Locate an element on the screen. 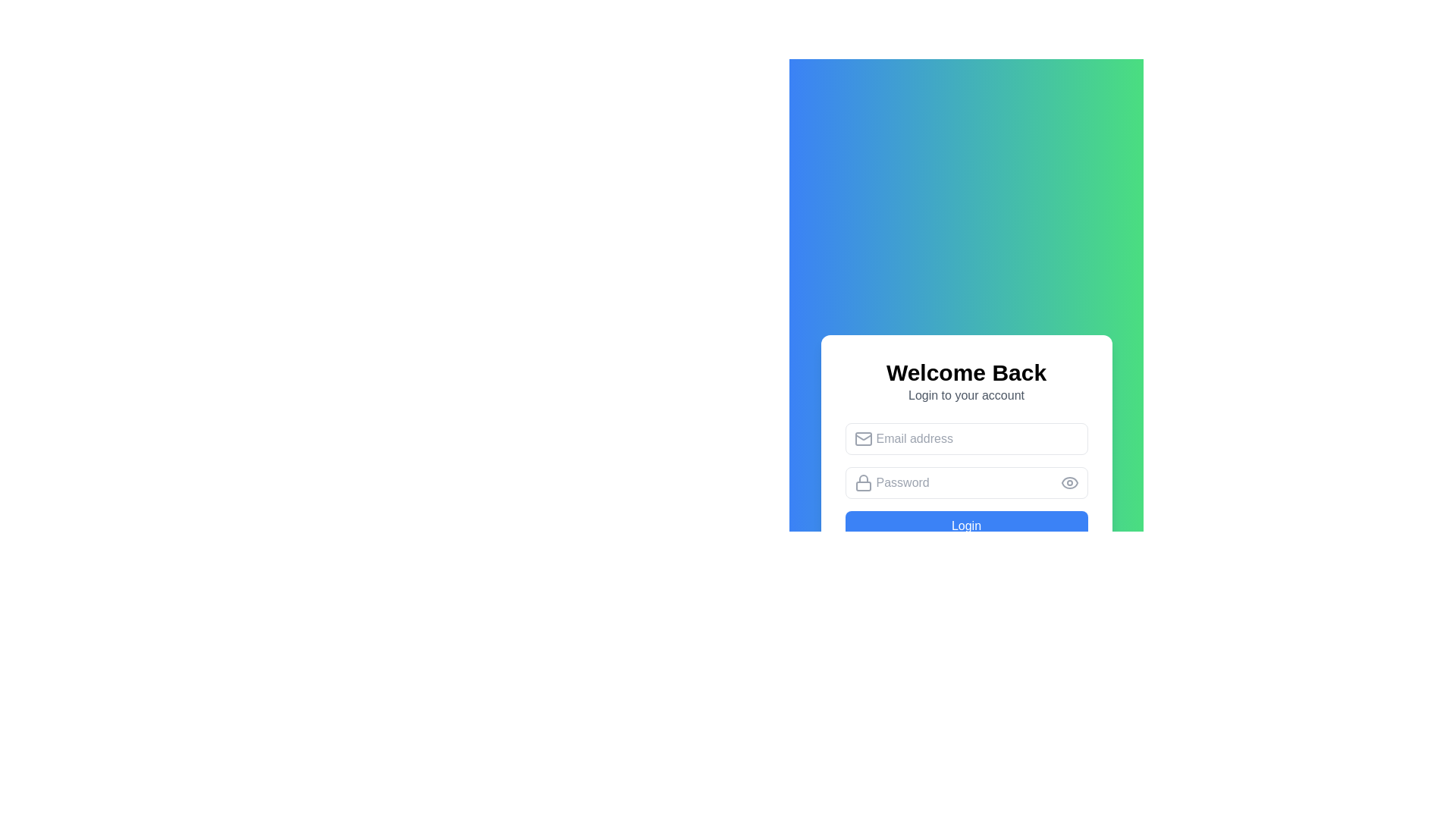  the envelope-shaped icon located on the left side of the 'Email address' input field within the login form is located at coordinates (863, 438).